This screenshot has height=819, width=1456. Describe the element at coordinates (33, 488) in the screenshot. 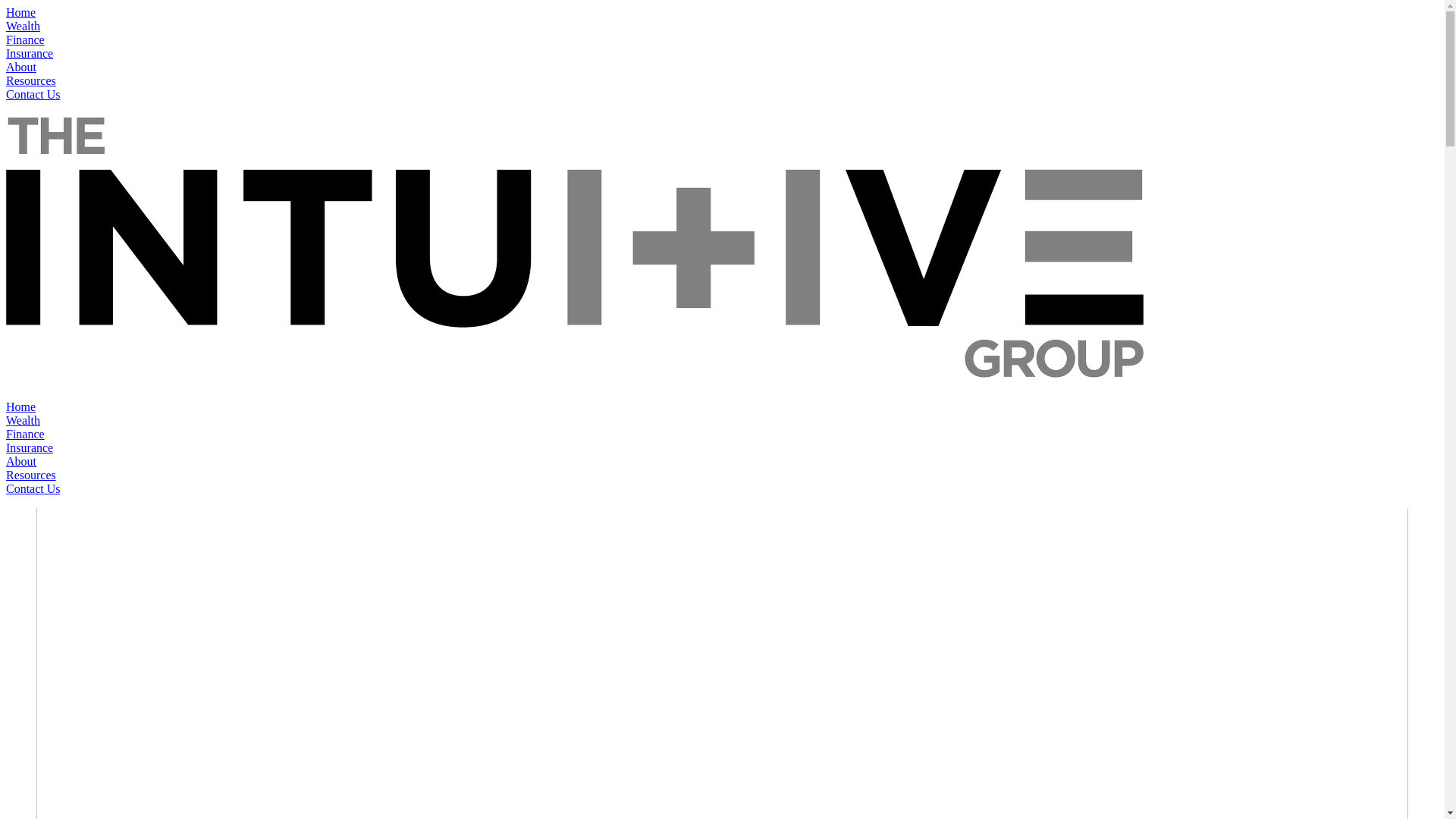

I see `'Contact Us'` at that location.